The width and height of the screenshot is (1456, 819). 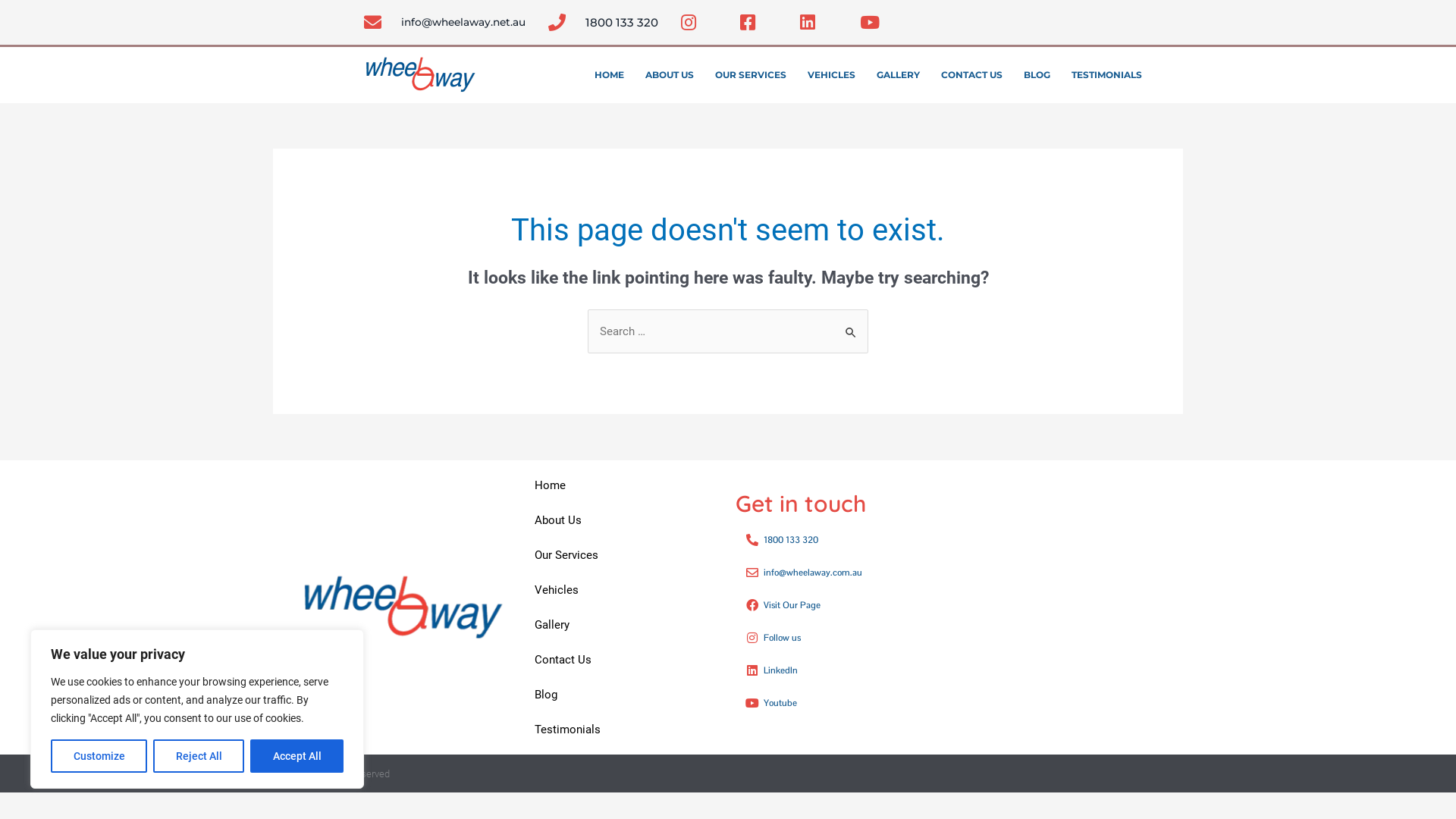 I want to click on 'Dribbble', so click(x=1057, y=773).